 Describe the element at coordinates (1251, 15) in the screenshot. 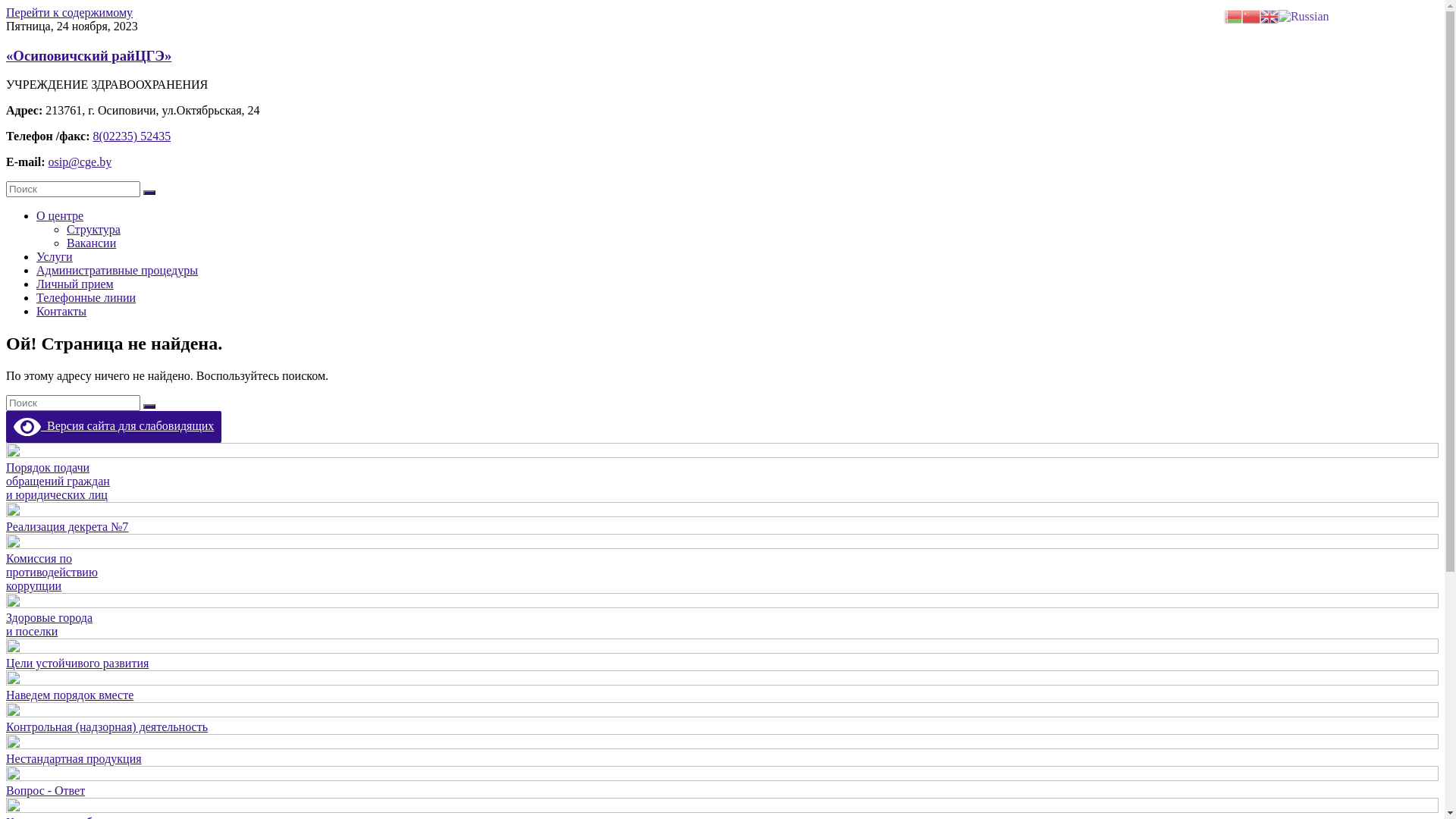

I see `'Chinese (Simplified)'` at that location.